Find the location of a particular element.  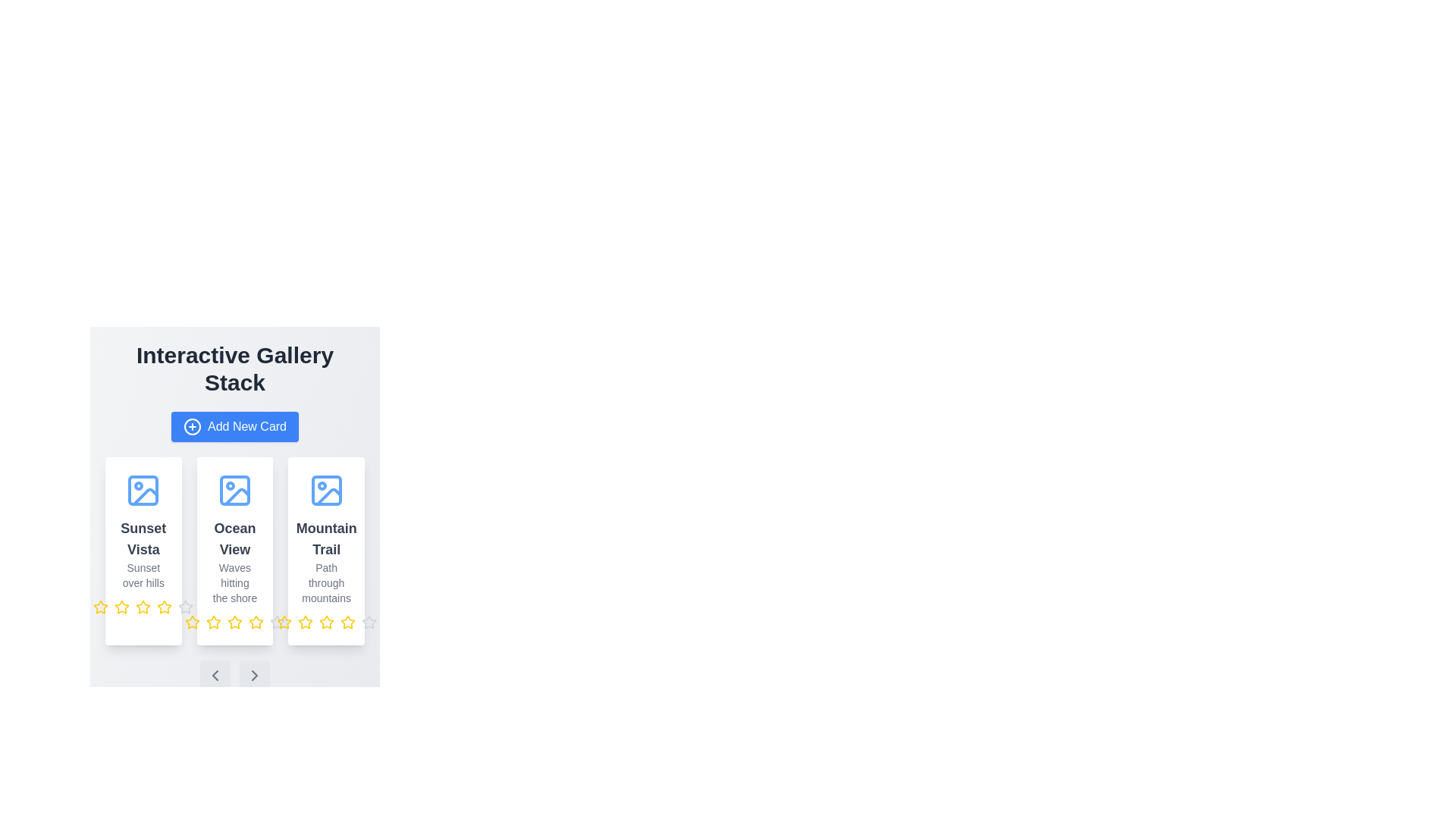

the icon representing the 'Ocean View' card in the interactive gallery stack, which is centrally located above the text label is located at coordinates (234, 491).